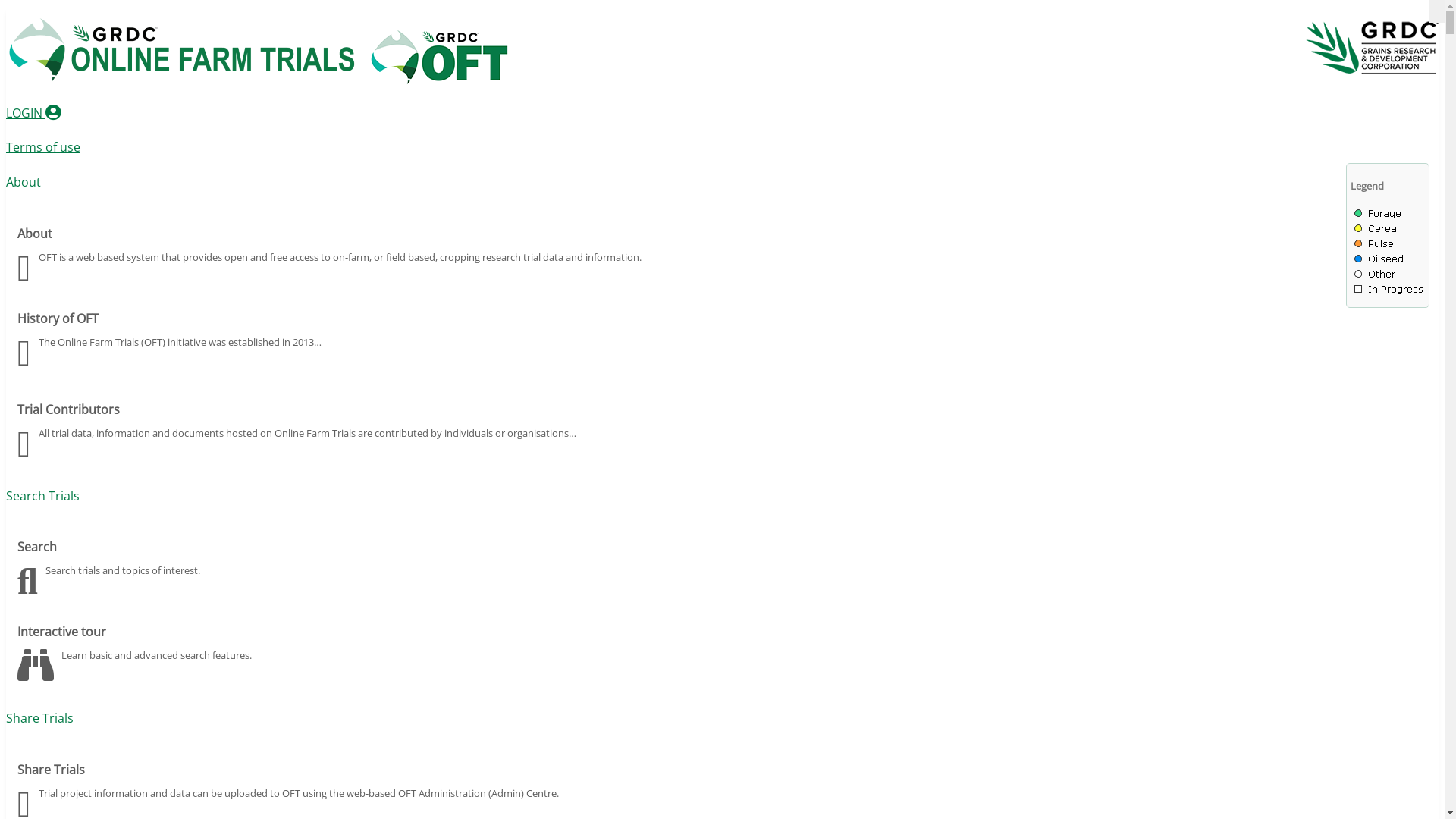 The width and height of the screenshot is (1456, 819). What do you see at coordinates (17, 648) in the screenshot?
I see `'Interactive tour` at bounding box center [17, 648].